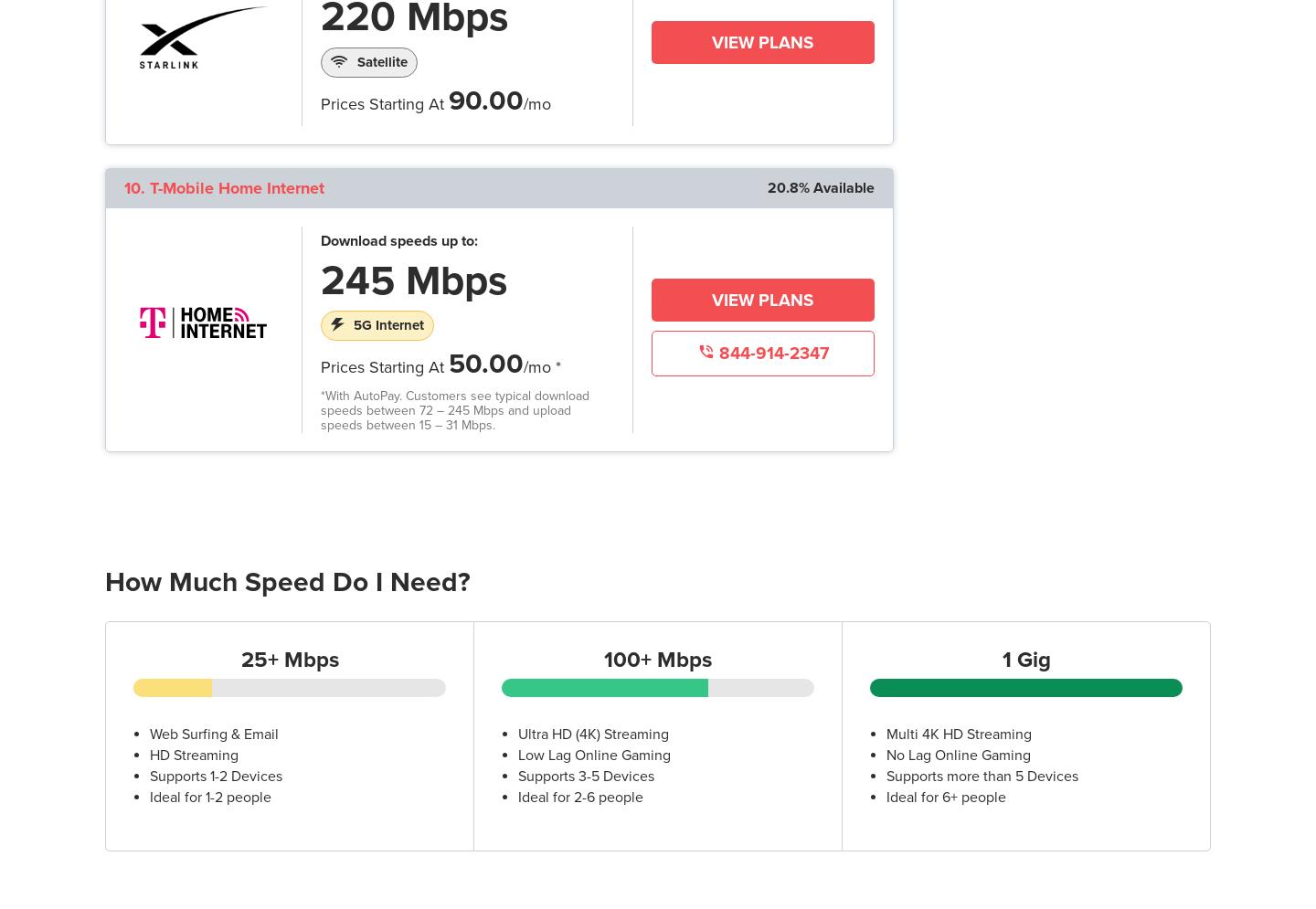  I want to click on 'No Lag Online Gaming', so click(958, 754).